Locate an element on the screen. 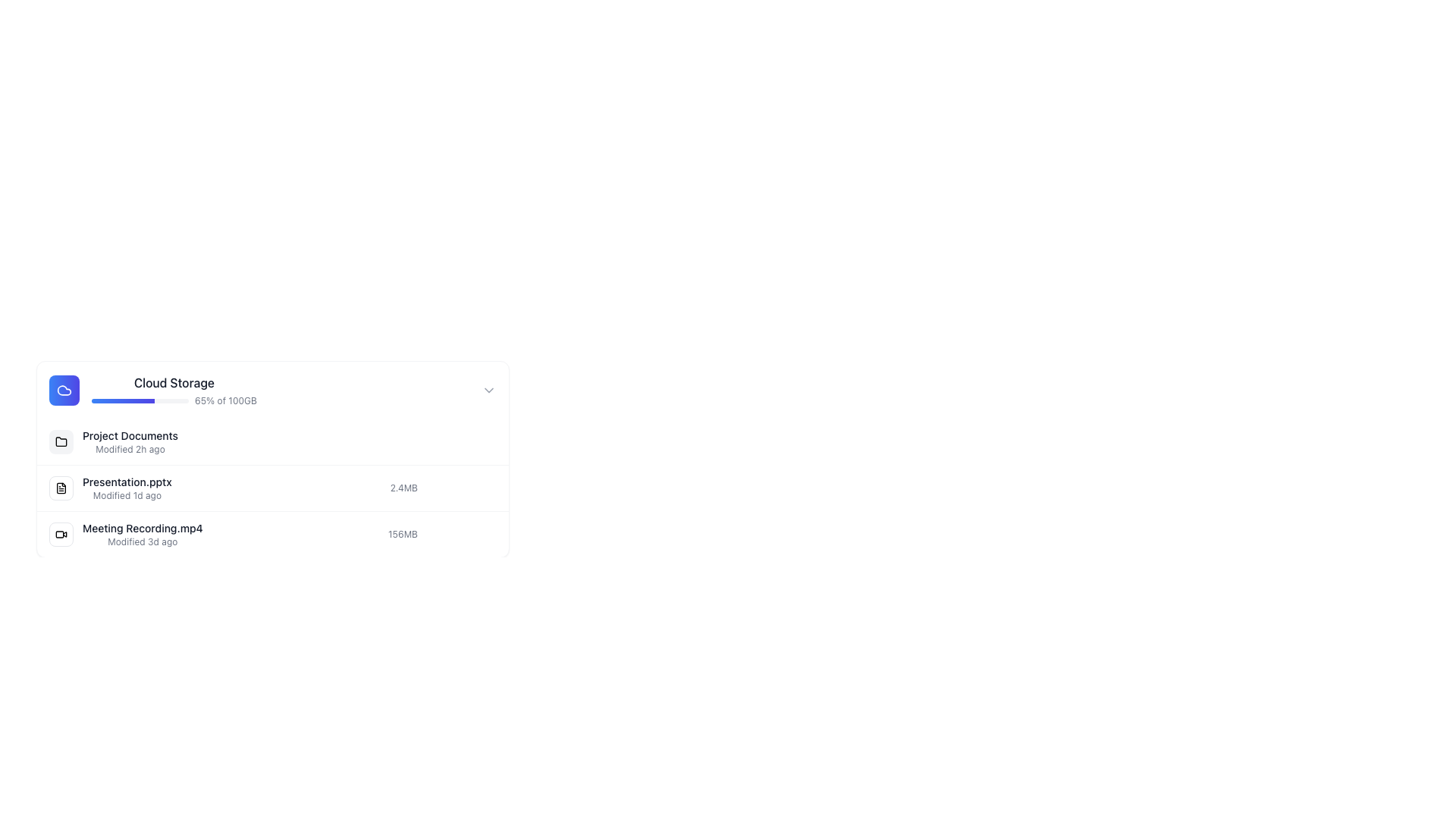 This screenshot has width=1456, height=819. the storage progress bar is located at coordinates (95, 400).